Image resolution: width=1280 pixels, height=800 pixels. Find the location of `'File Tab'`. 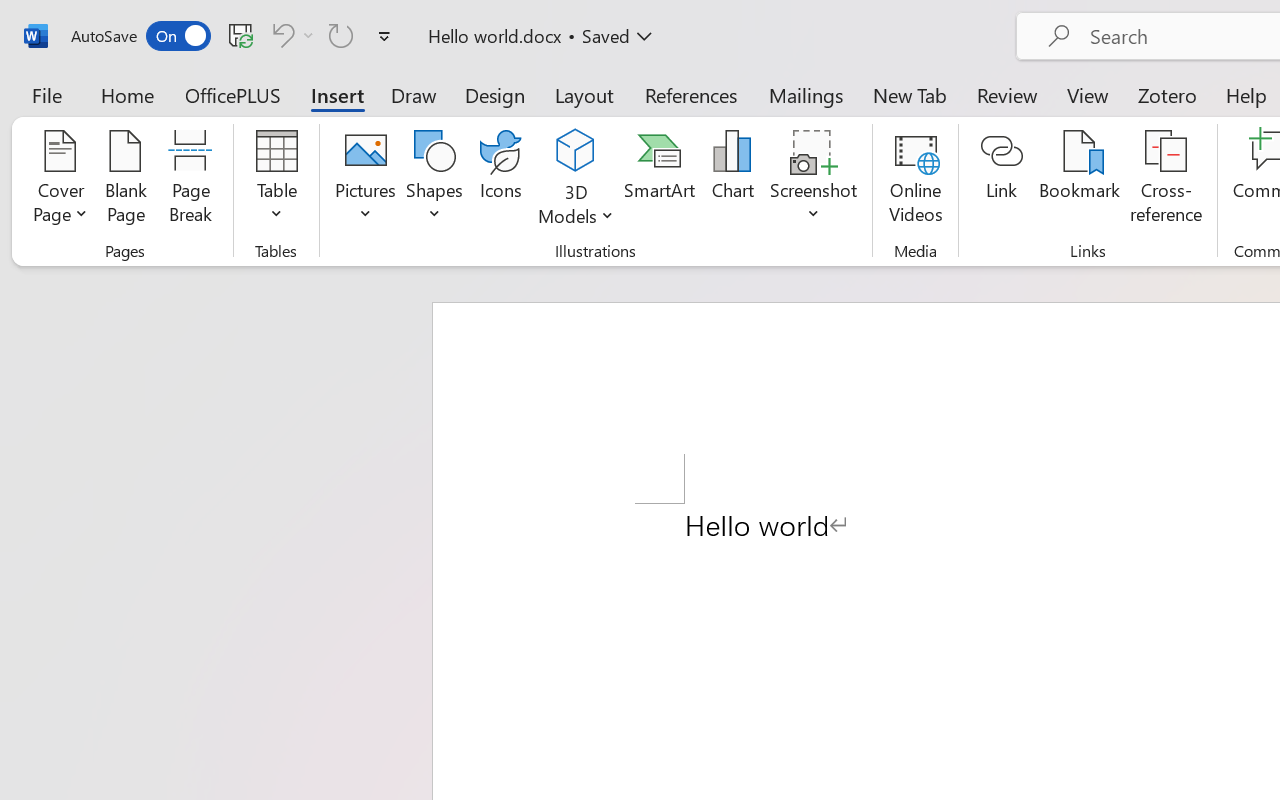

'File Tab' is located at coordinates (46, 94).